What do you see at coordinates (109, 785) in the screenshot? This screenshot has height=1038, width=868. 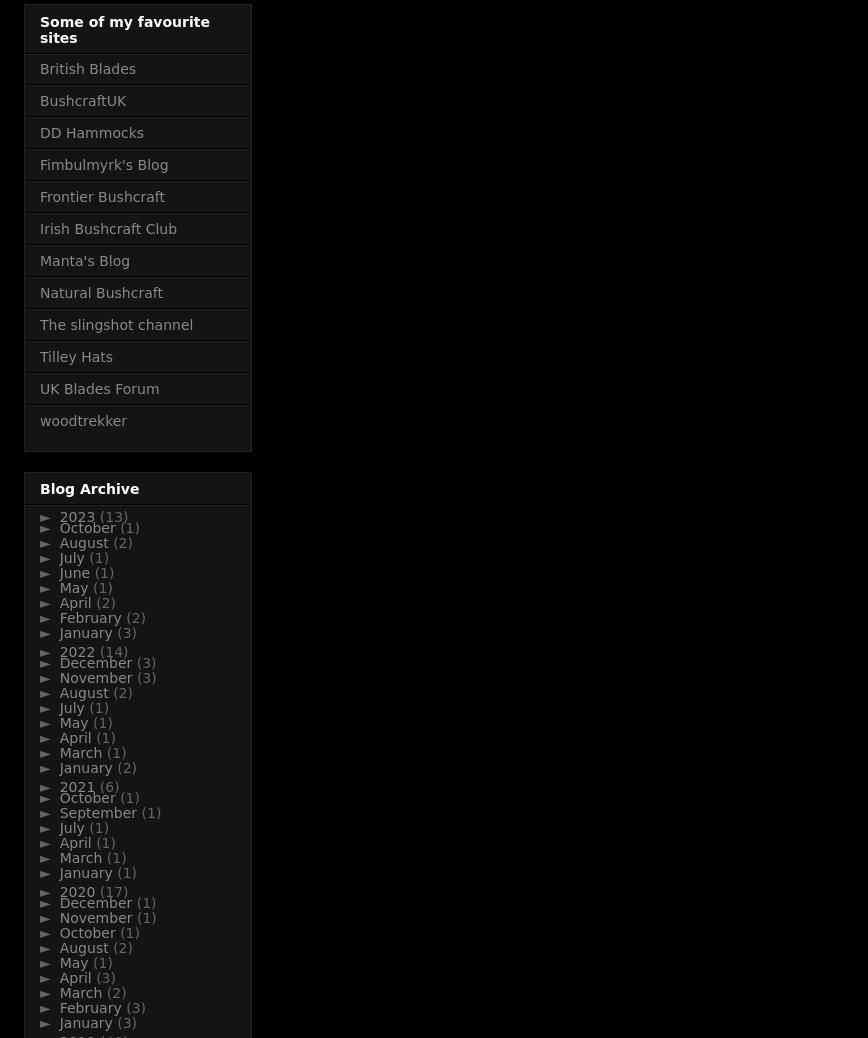 I see `'(6)'` at bounding box center [109, 785].